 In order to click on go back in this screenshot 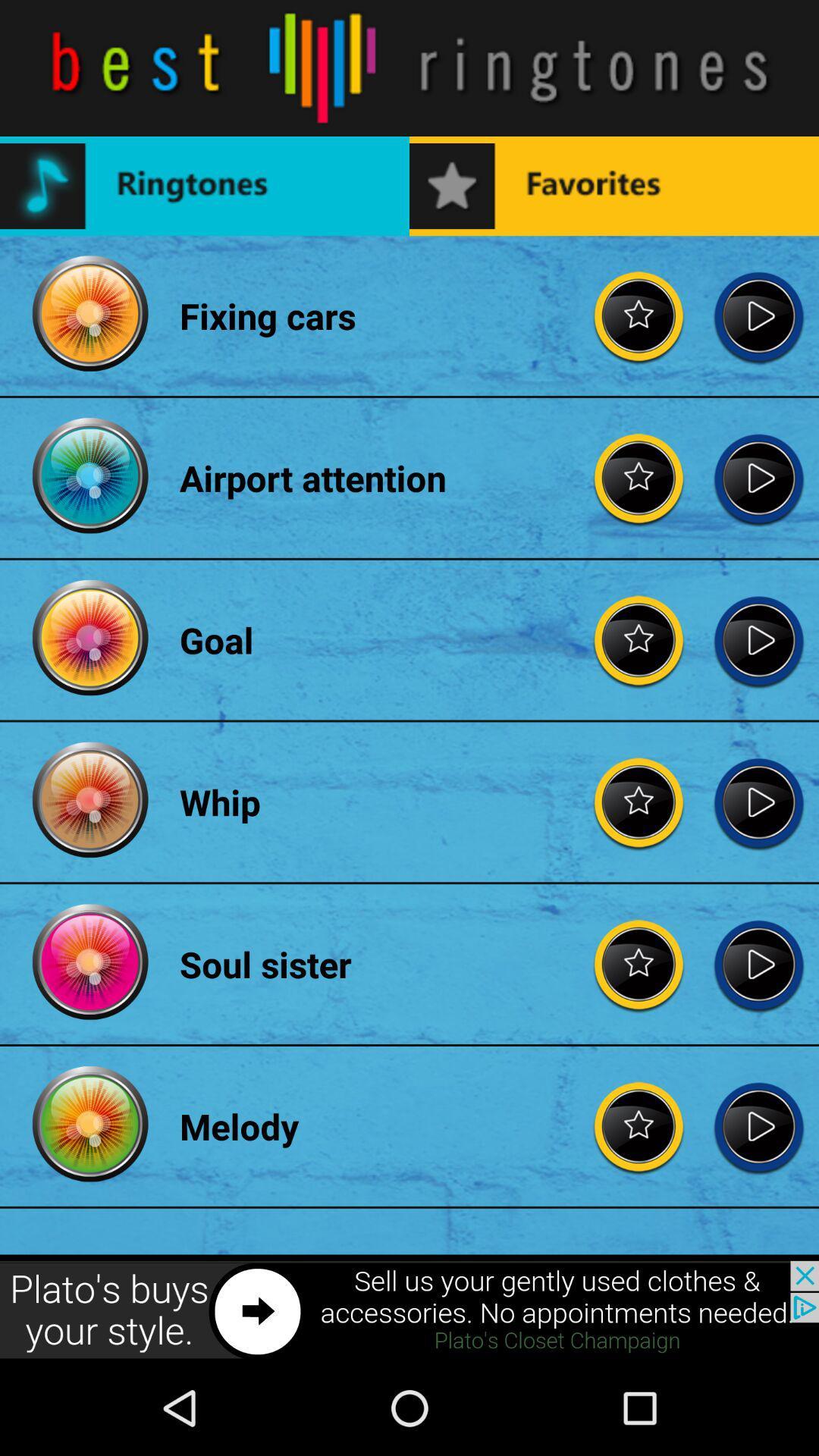, I will do `click(758, 477)`.